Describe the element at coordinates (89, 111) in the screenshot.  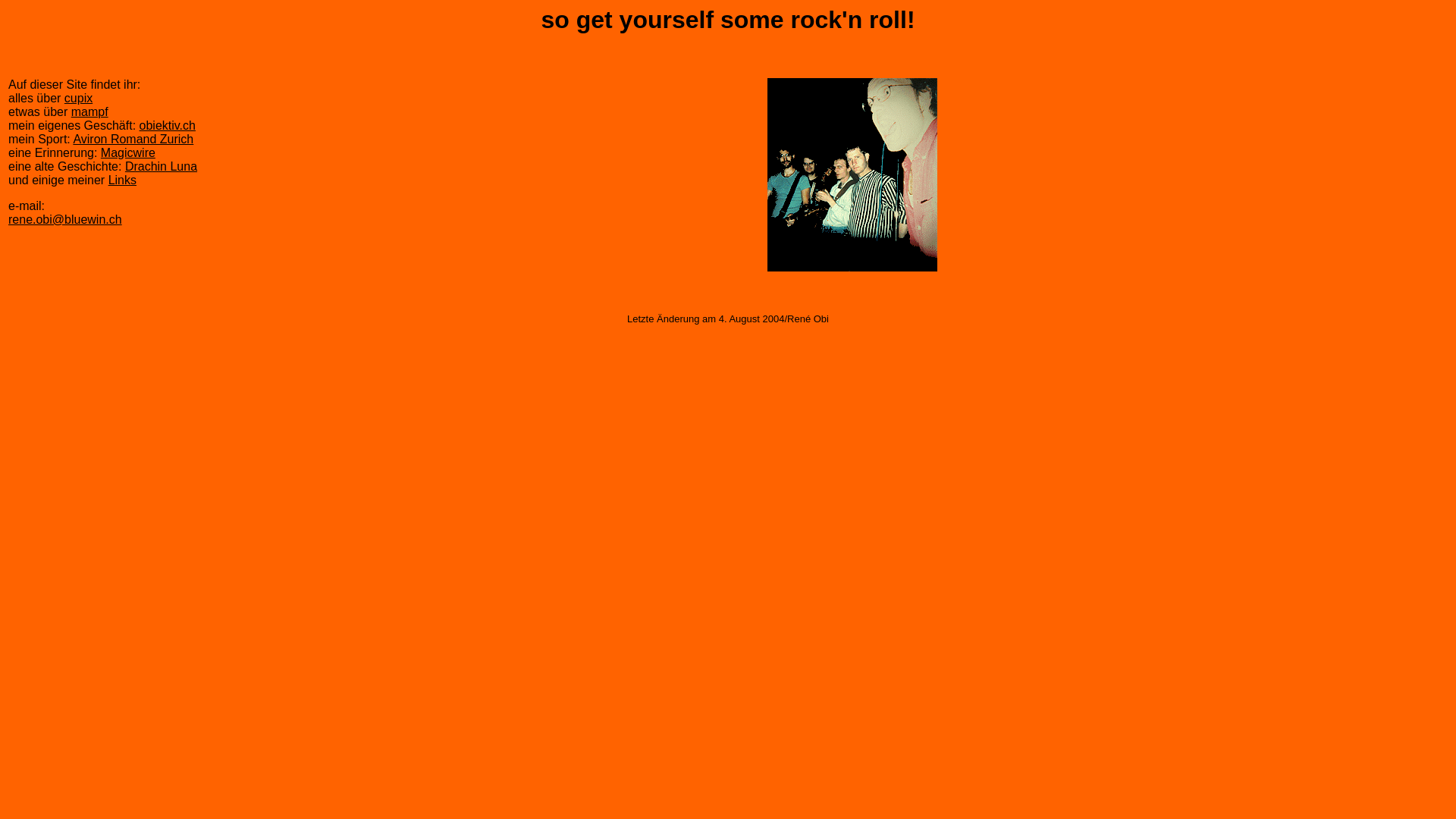
I see `'mampf'` at that location.